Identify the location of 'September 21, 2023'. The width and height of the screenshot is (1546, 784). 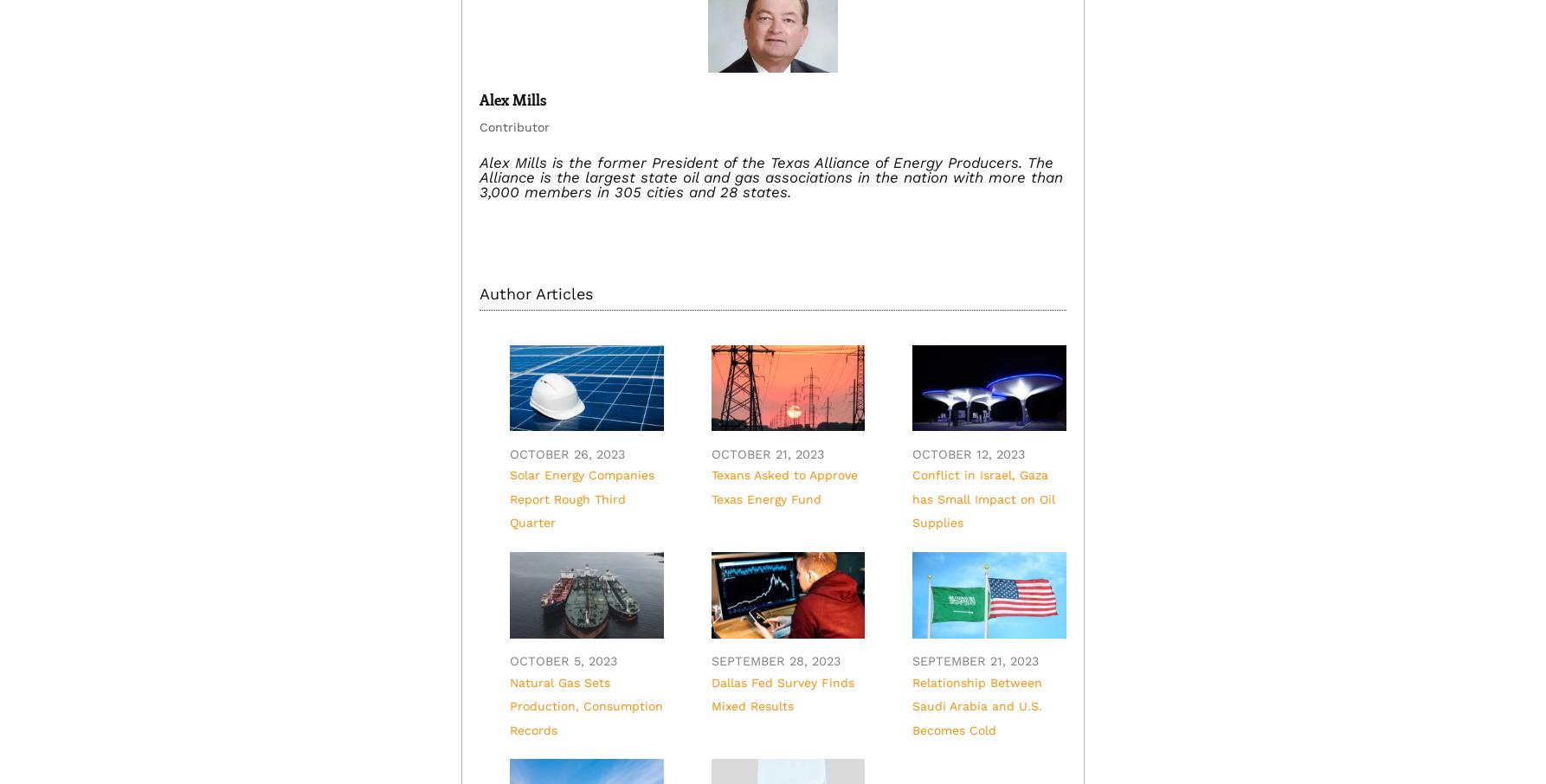
(974, 660).